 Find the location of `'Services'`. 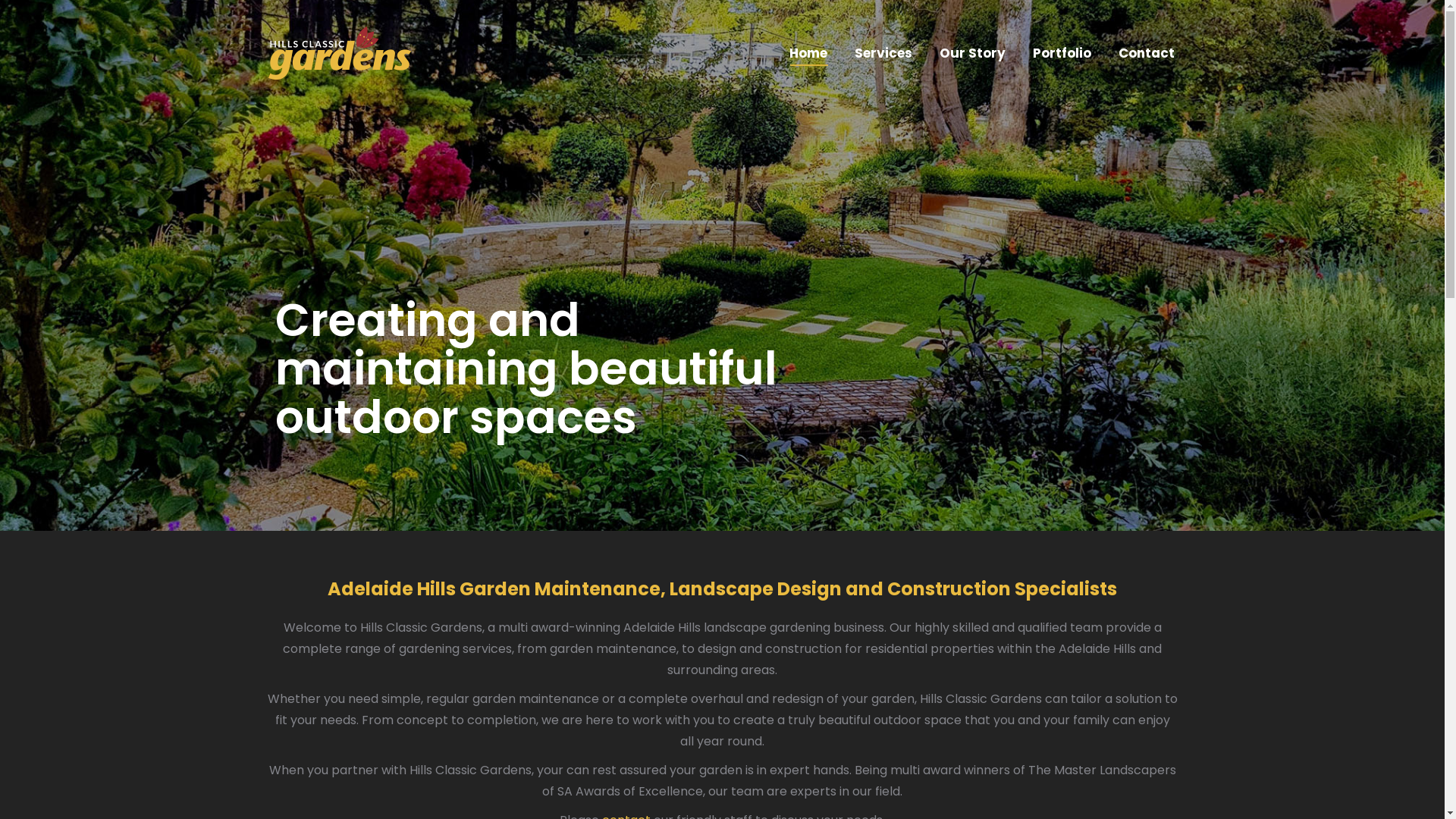

'Services' is located at coordinates (882, 52).